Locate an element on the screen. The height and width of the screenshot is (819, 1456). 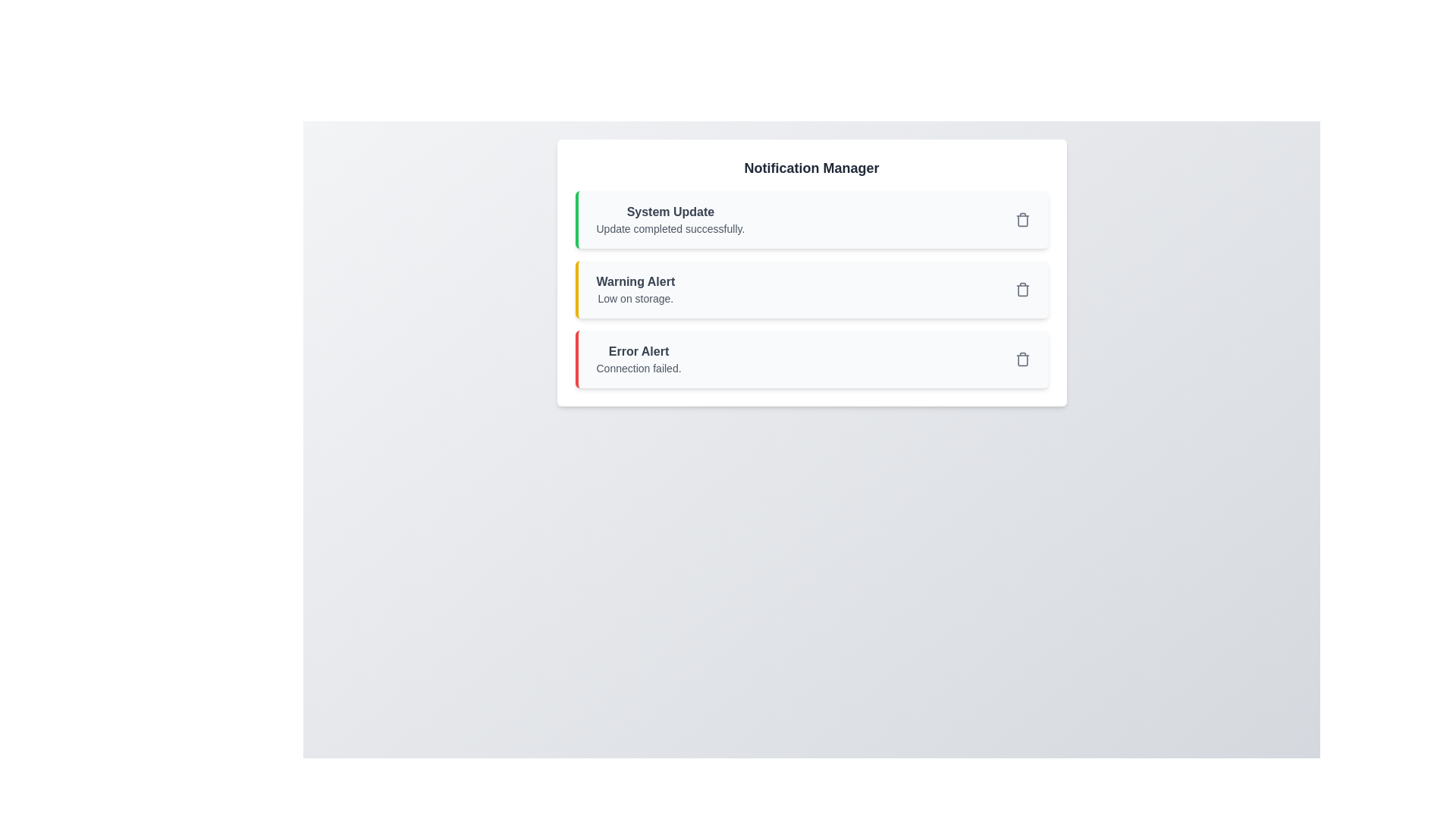
the Trash Can SVG Icon is located at coordinates (1022, 359).